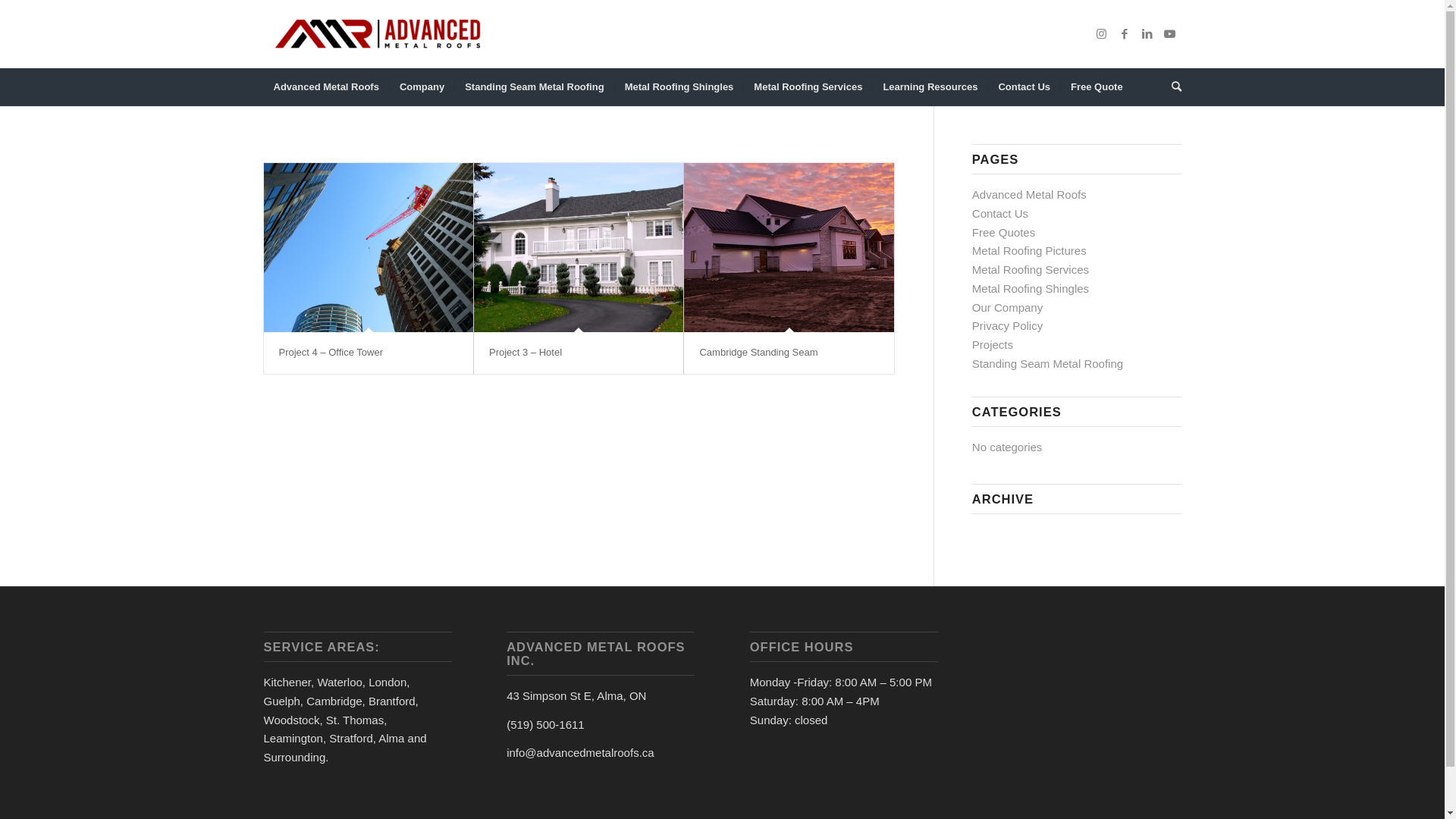 This screenshot has width=1456, height=819. I want to click on 'Instagram', so click(1102, 34).